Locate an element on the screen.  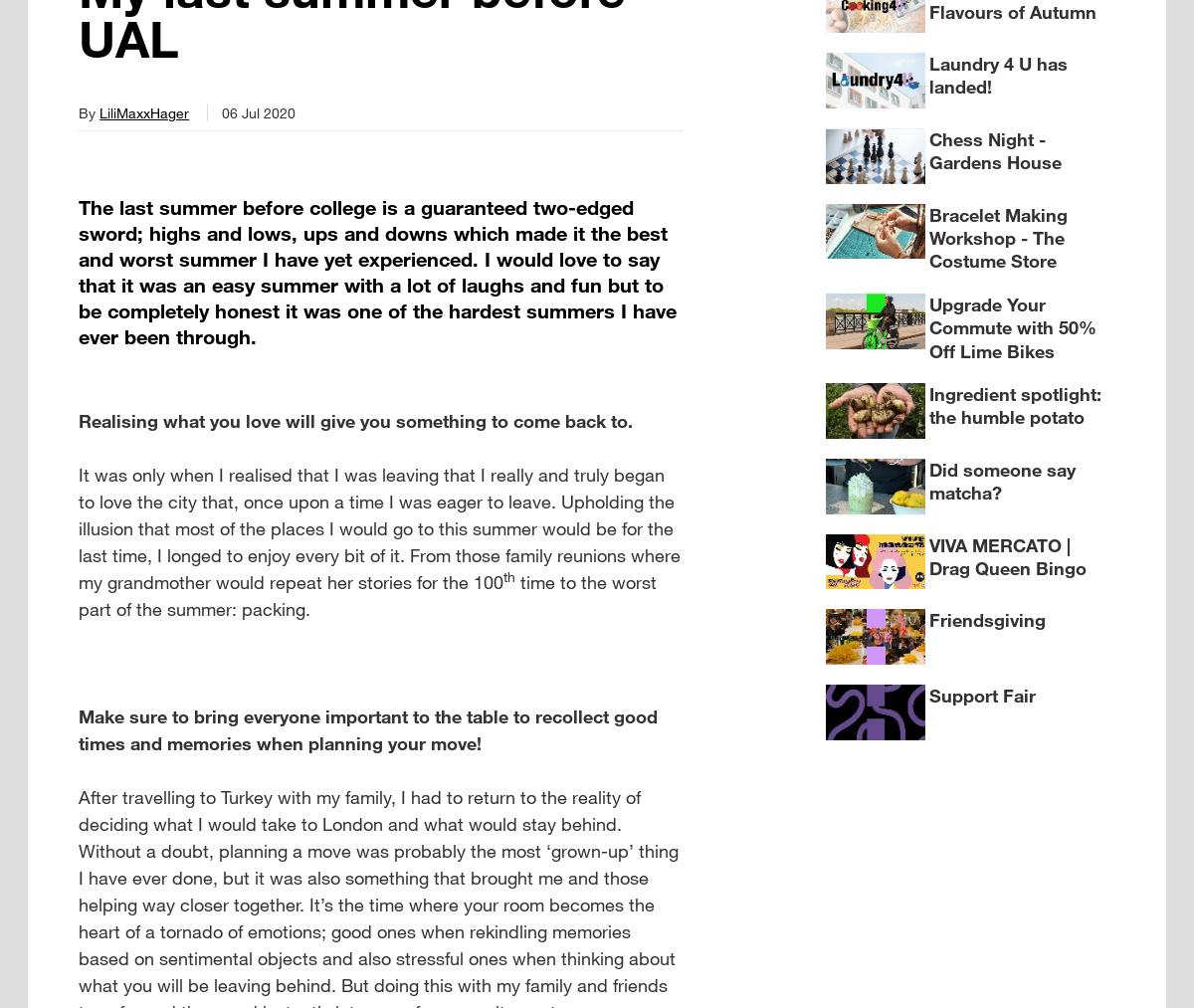
'Make sure to bring everyone important to the table to recollect good times and memories when planning your move!' is located at coordinates (367, 728).